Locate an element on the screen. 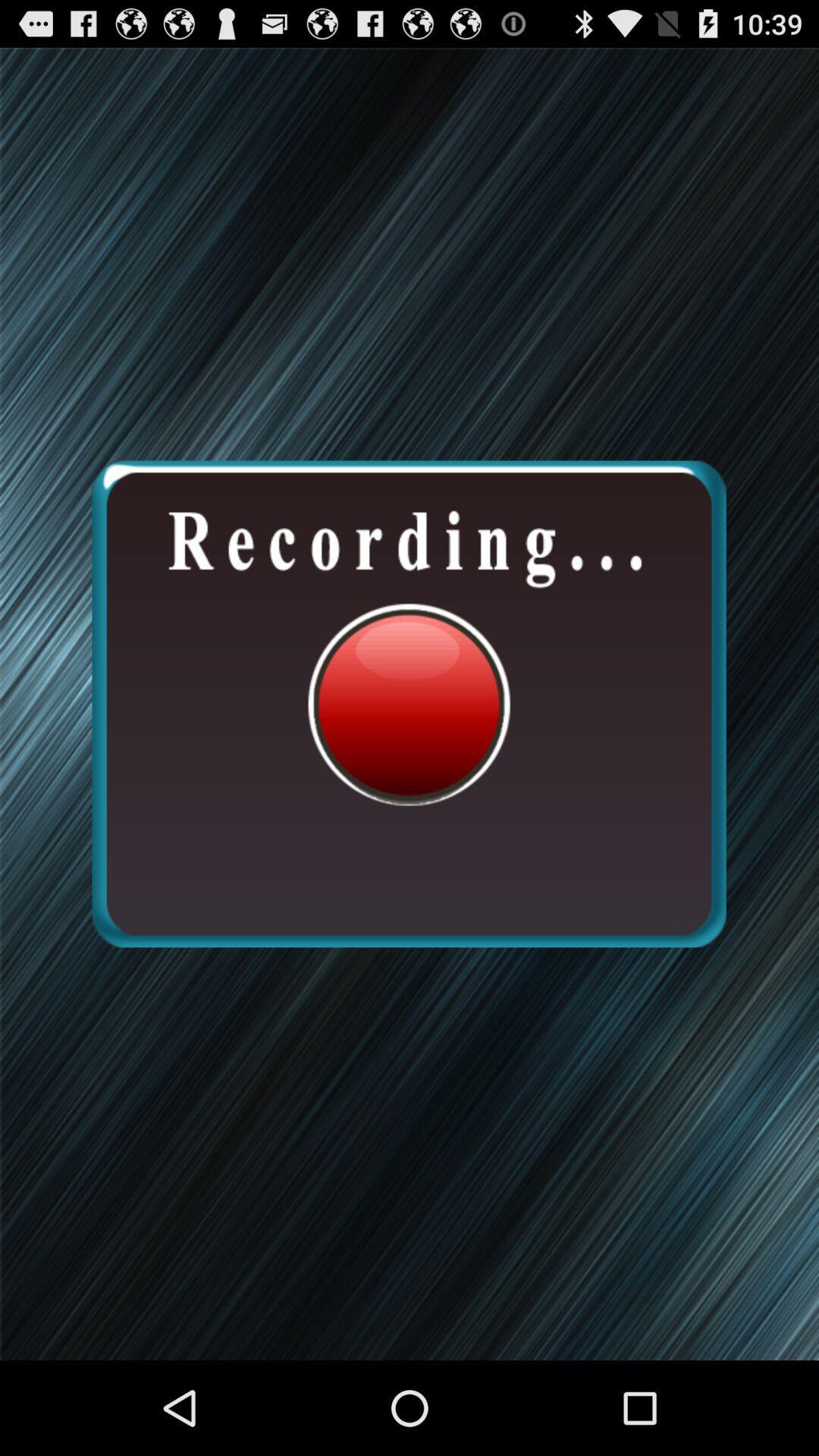 The width and height of the screenshot is (819, 1456). the icon at the center is located at coordinates (408, 703).